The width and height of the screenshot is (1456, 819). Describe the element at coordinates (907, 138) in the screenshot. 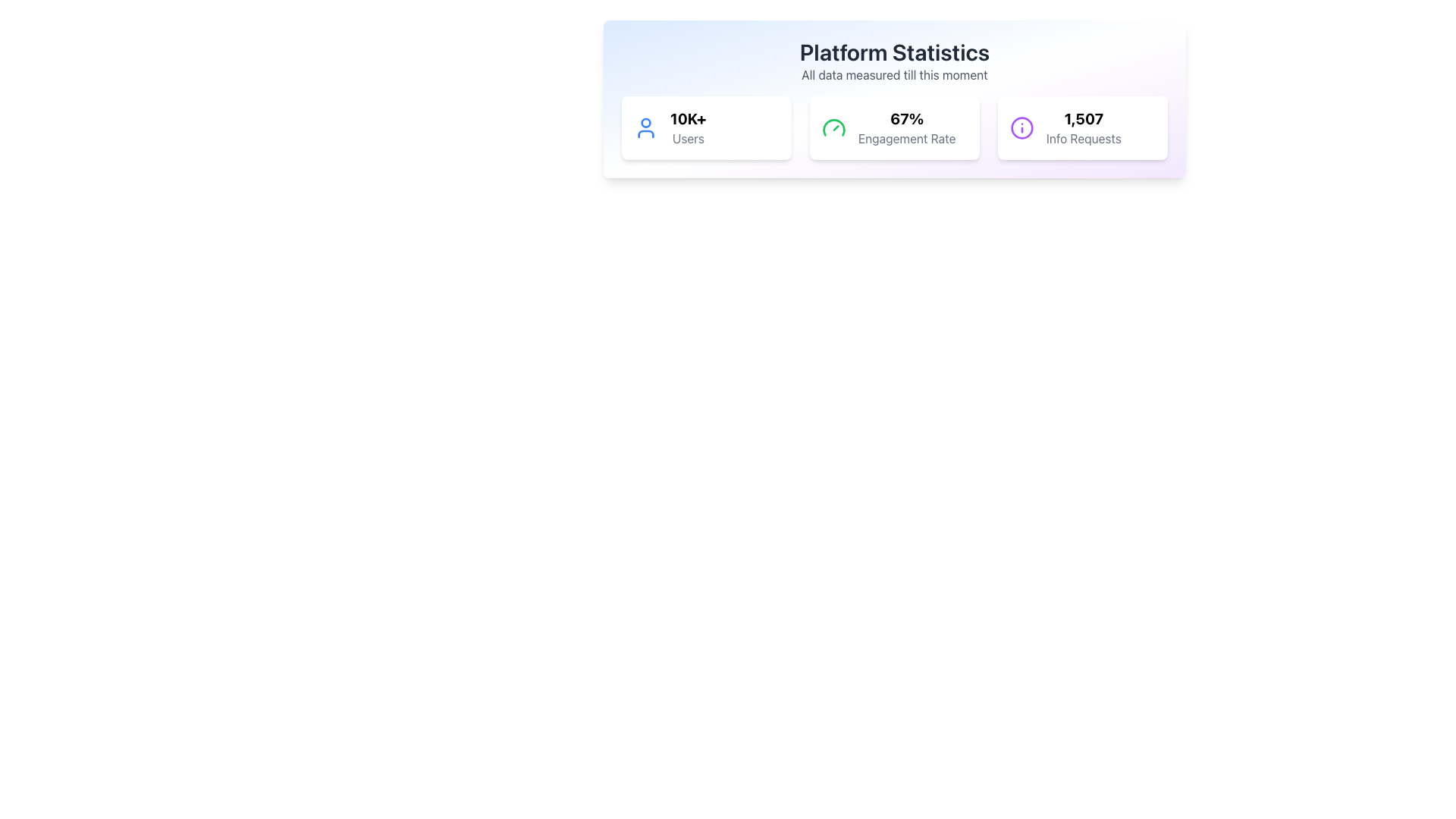

I see `the 'Engagement Rate' label, which is styled in gray and located below the bold green percentage '67%' in a card layout` at that location.